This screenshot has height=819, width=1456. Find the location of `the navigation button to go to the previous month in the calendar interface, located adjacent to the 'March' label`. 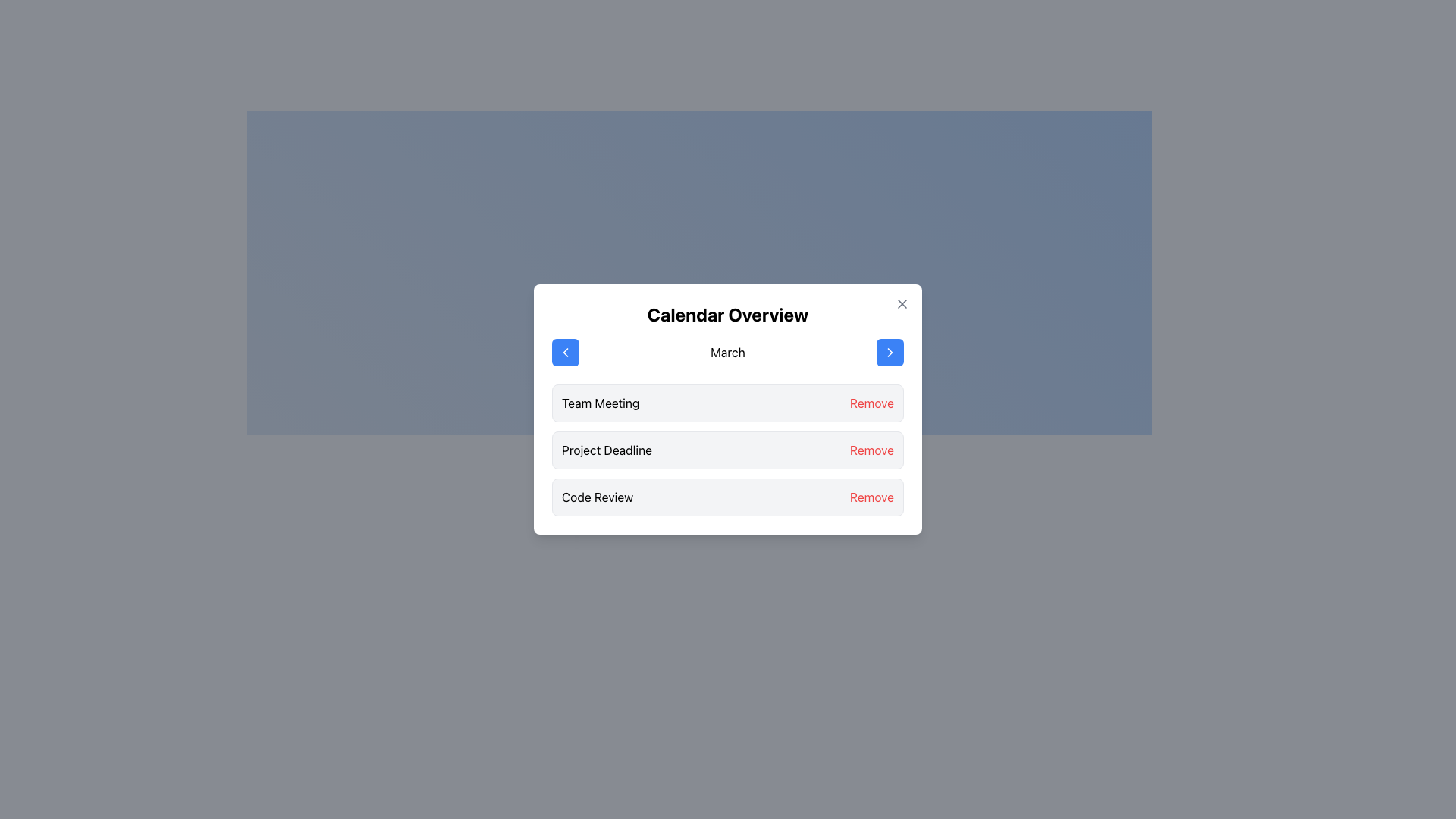

the navigation button to go to the previous month in the calendar interface, located adjacent to the 'March' label is located at coordinates (564, 353).